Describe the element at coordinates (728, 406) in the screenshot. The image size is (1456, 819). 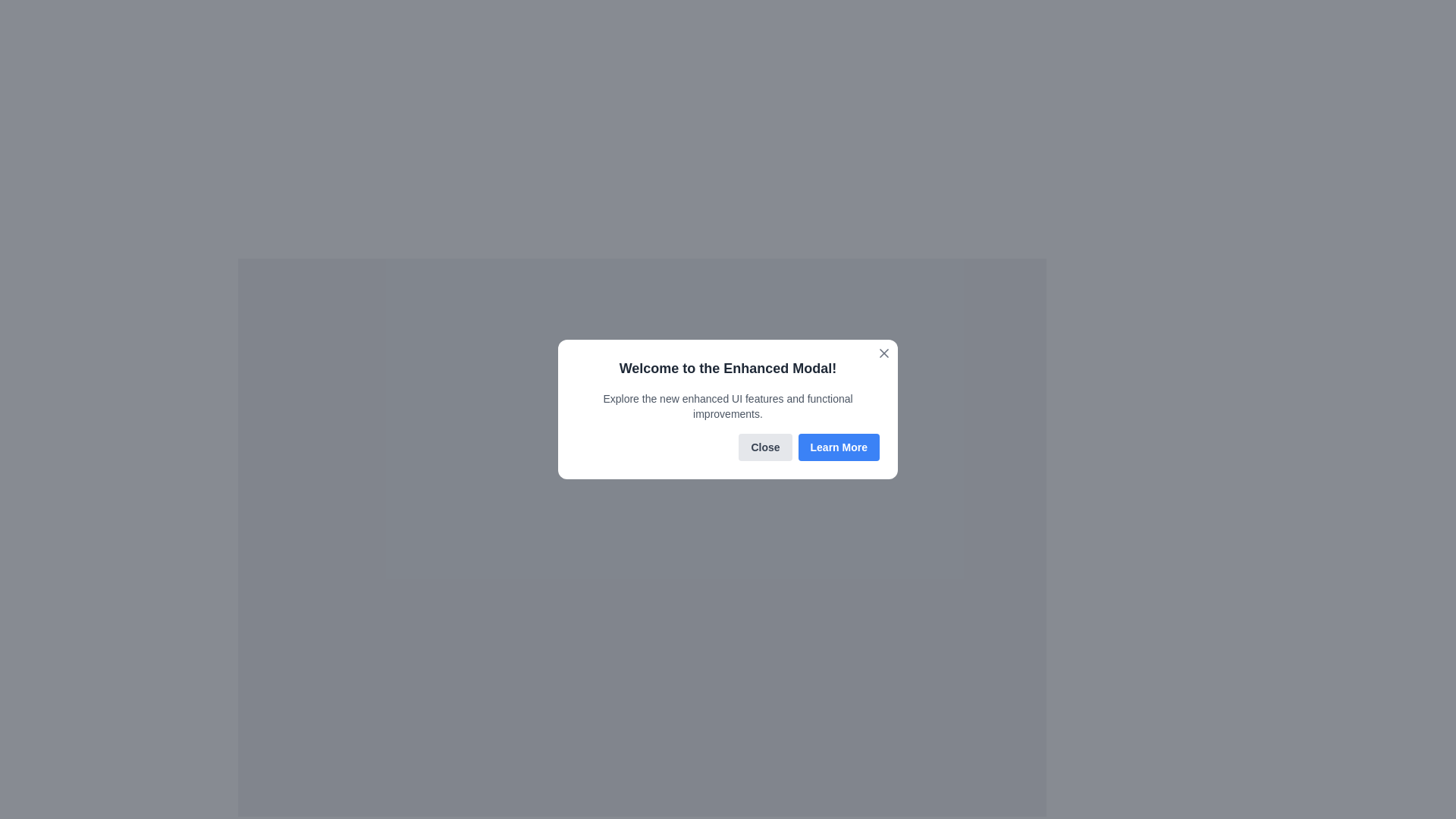
I see `text block containing the sentence 'Explore the new enhanced UI features and functional improvements.' which is styled with a small font size and gray color, located below the 'Welcome to the Enhanced Modal!' text` at that location.